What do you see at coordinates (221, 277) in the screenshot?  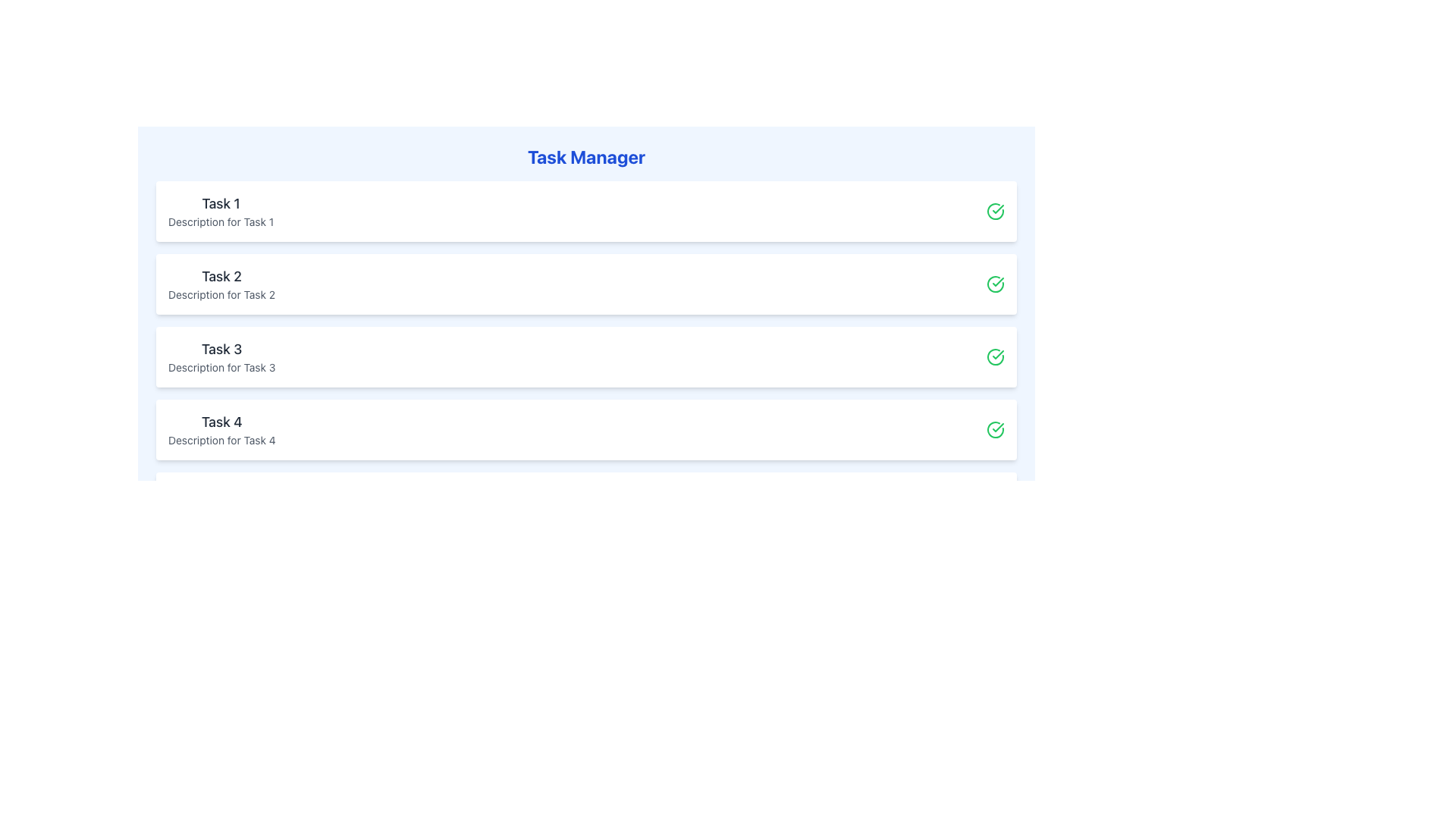 I see `the text label displaying 'Task 2' which is located within the second card and above the 'Description for Task 2' text` at bounding box center [221, 277].